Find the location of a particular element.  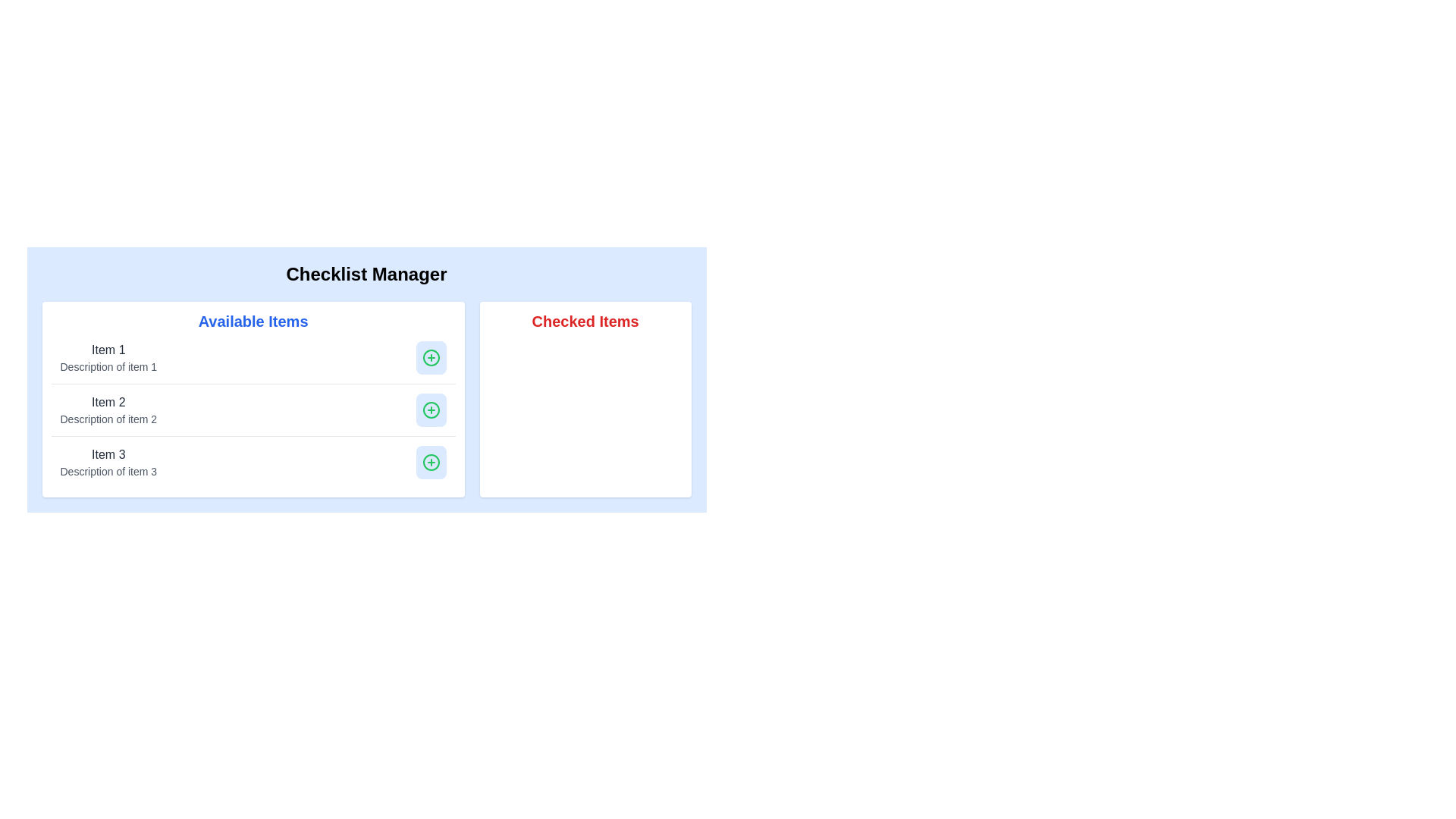

the text label 'Item 2' styled in medium font weight and gray color, located in the 'Available Items' section of the 'Checklist Manager' interface is located at coordinates (108, 402).